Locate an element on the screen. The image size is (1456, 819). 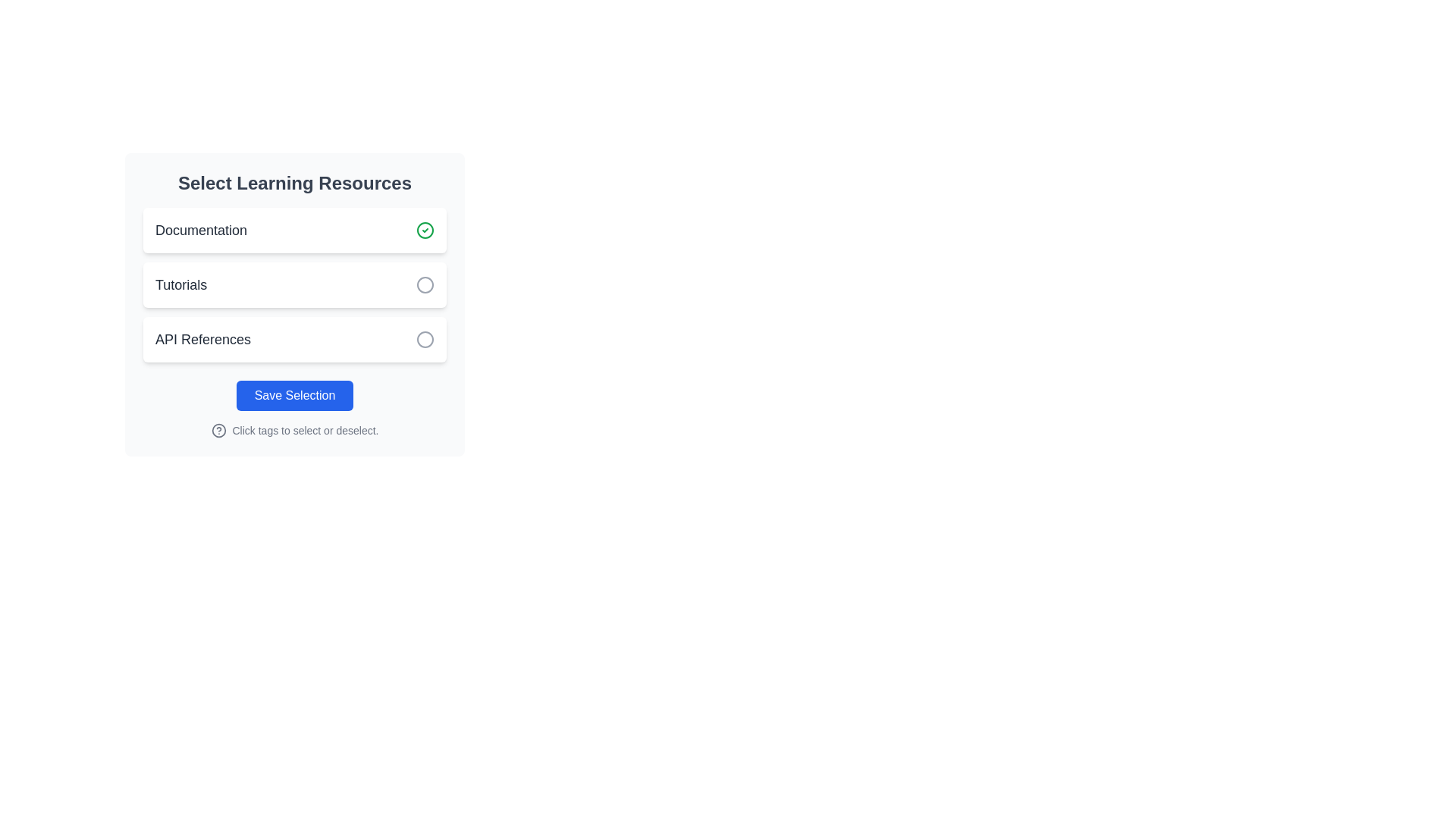
the selection status of the green circular icon with a checkmark located next to the 'Documentation' text in the list is located at coordinates (425, 231).